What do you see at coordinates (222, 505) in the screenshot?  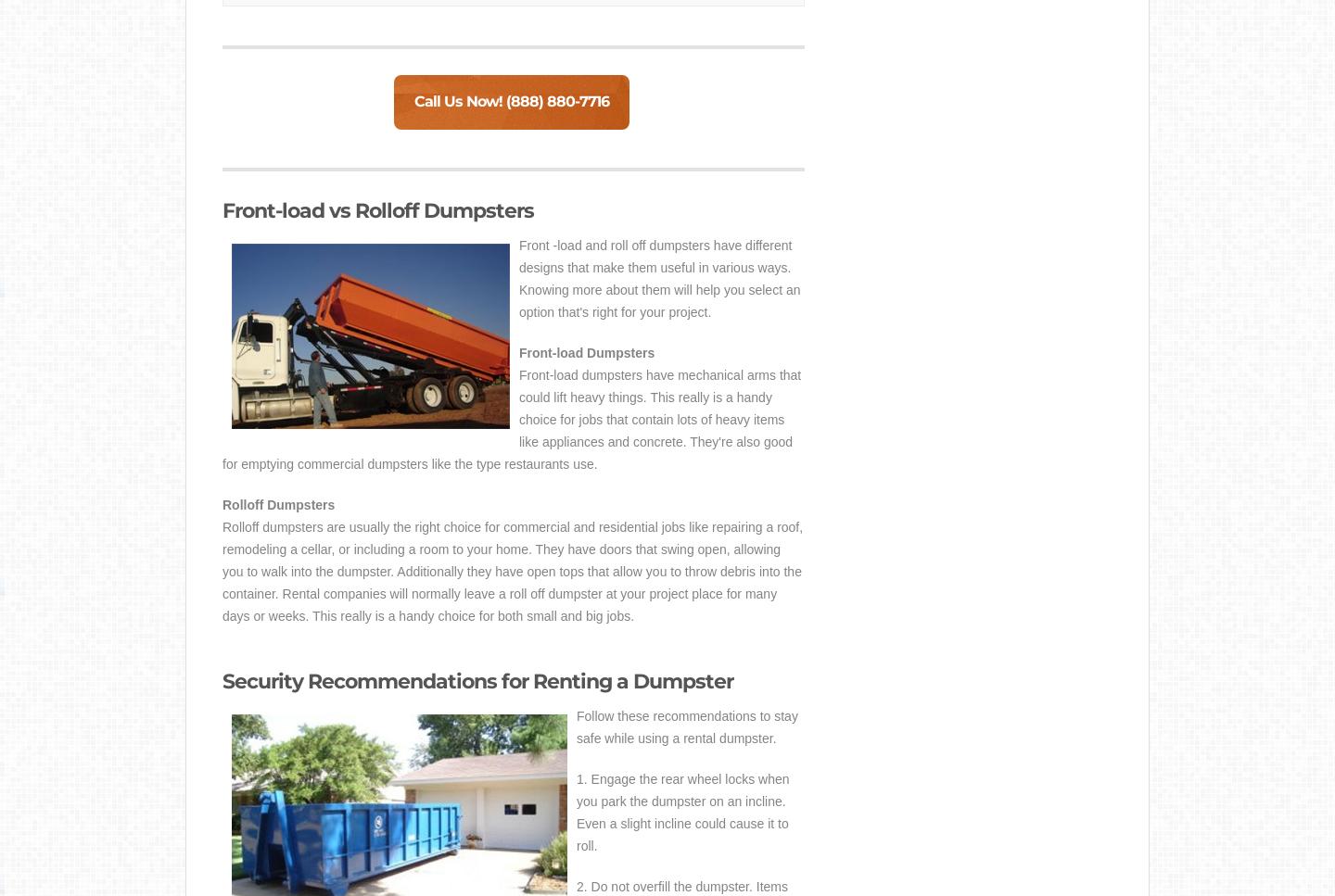 I see `'Rolloff Dumpsters'` at bounding box center [222, 505].